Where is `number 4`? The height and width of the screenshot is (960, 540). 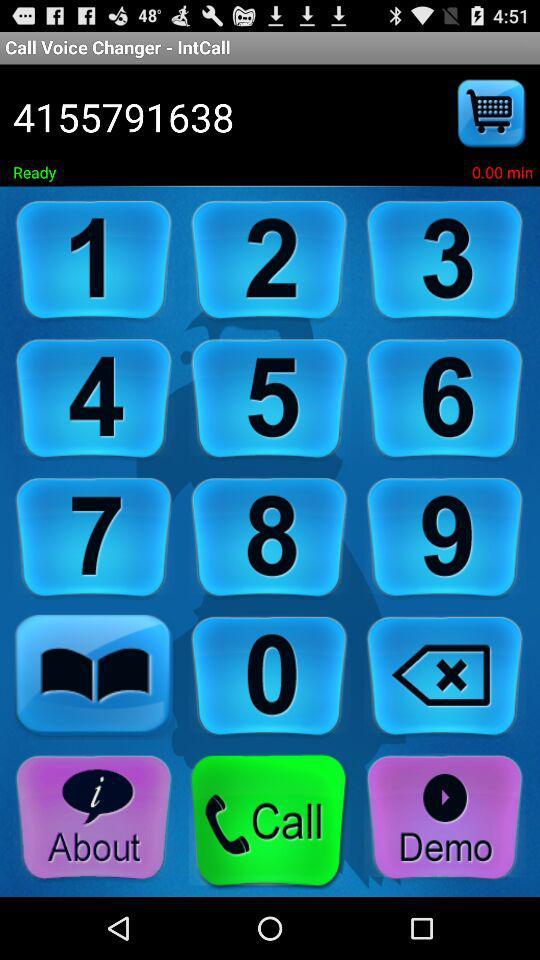
number 4 is located at coordinates (93, 398).